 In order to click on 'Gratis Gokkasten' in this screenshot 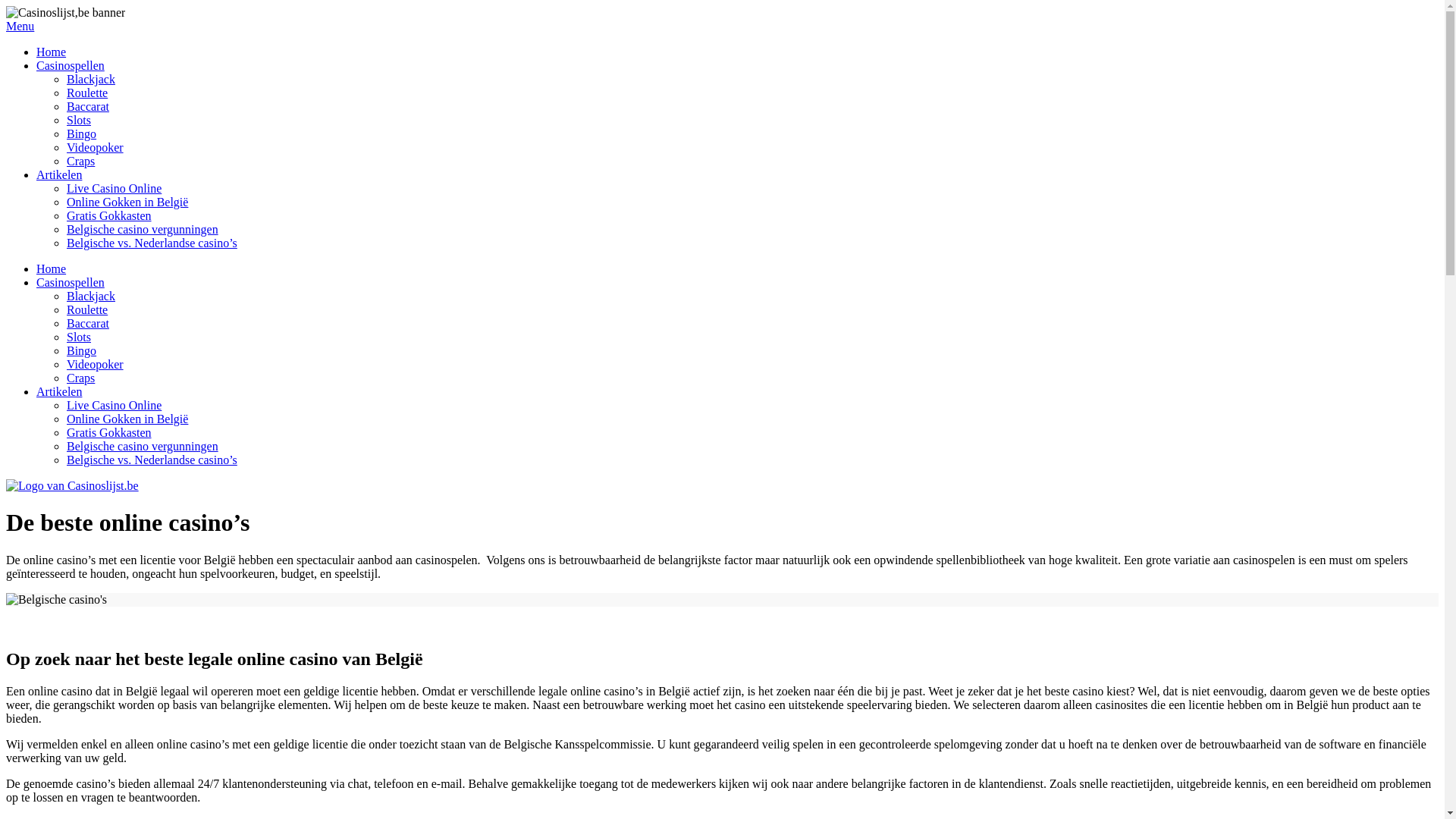, I will do `click(108, 215)`.